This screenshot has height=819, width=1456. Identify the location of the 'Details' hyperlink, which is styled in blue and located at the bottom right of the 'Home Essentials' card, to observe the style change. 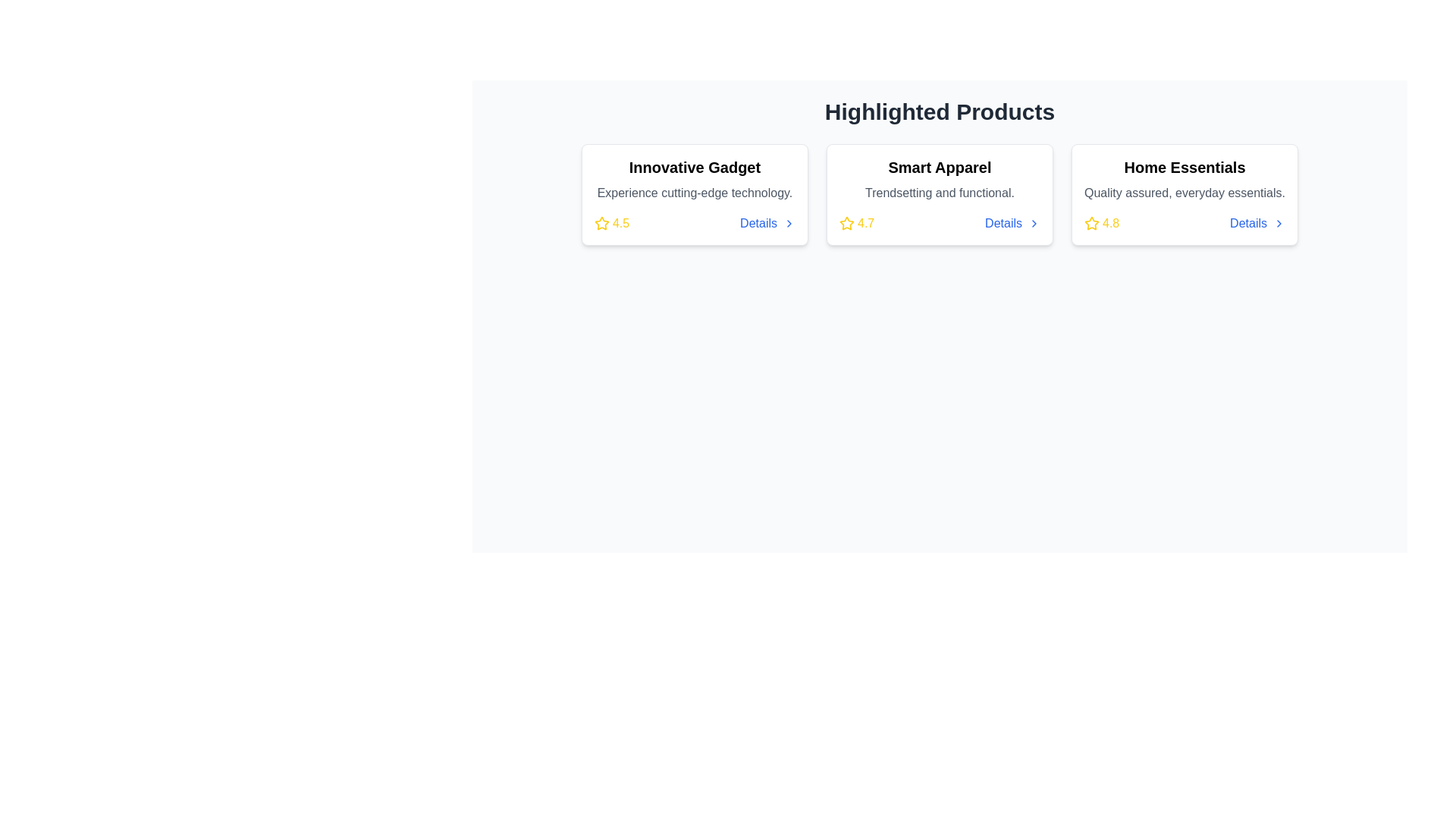
(1248, 223).